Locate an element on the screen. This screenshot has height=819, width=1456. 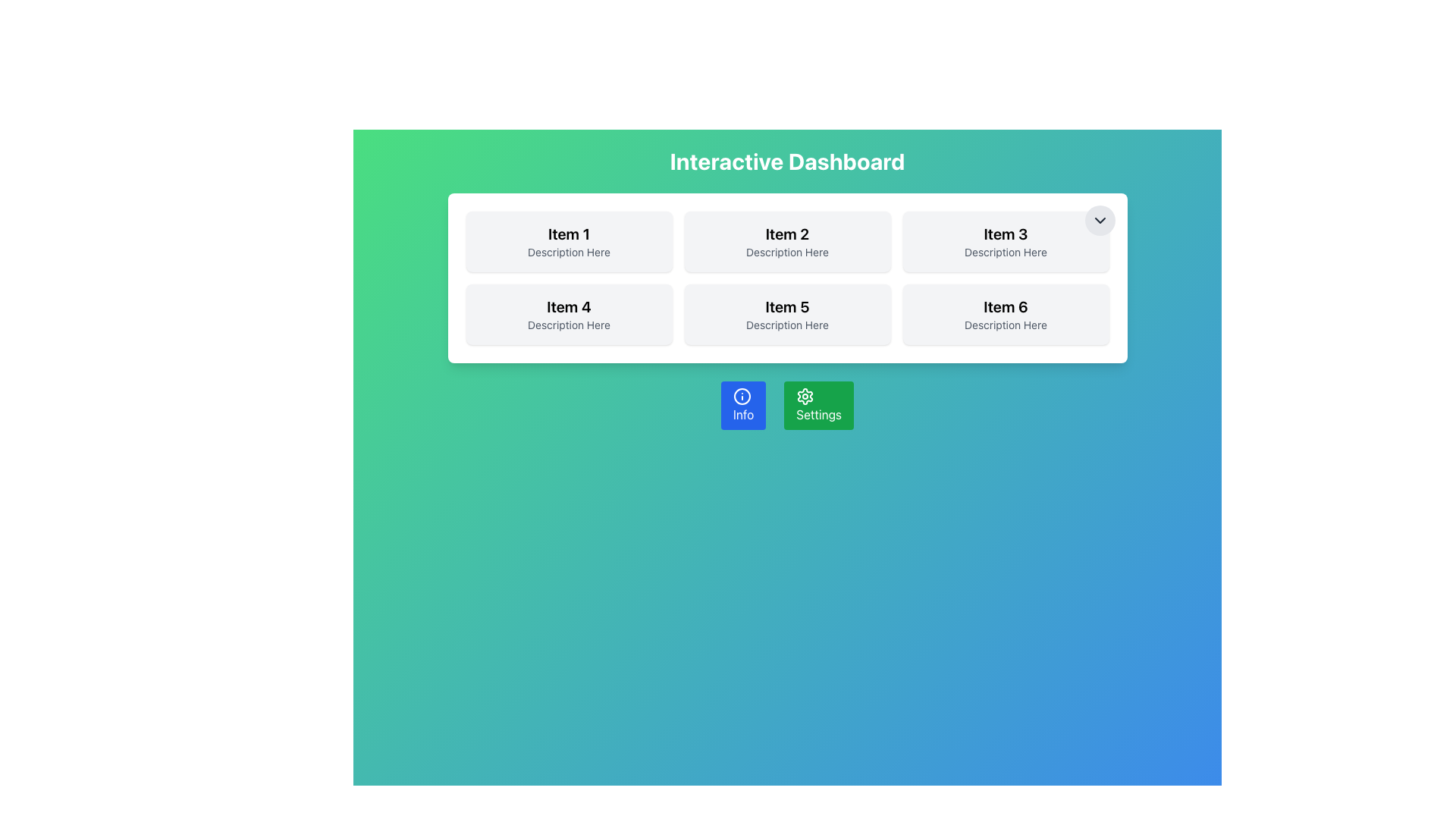
the Icon (SVG) that represents additional information within the 'Info' button located in the lower middle section of the interface is located at coordinates (742, 396).